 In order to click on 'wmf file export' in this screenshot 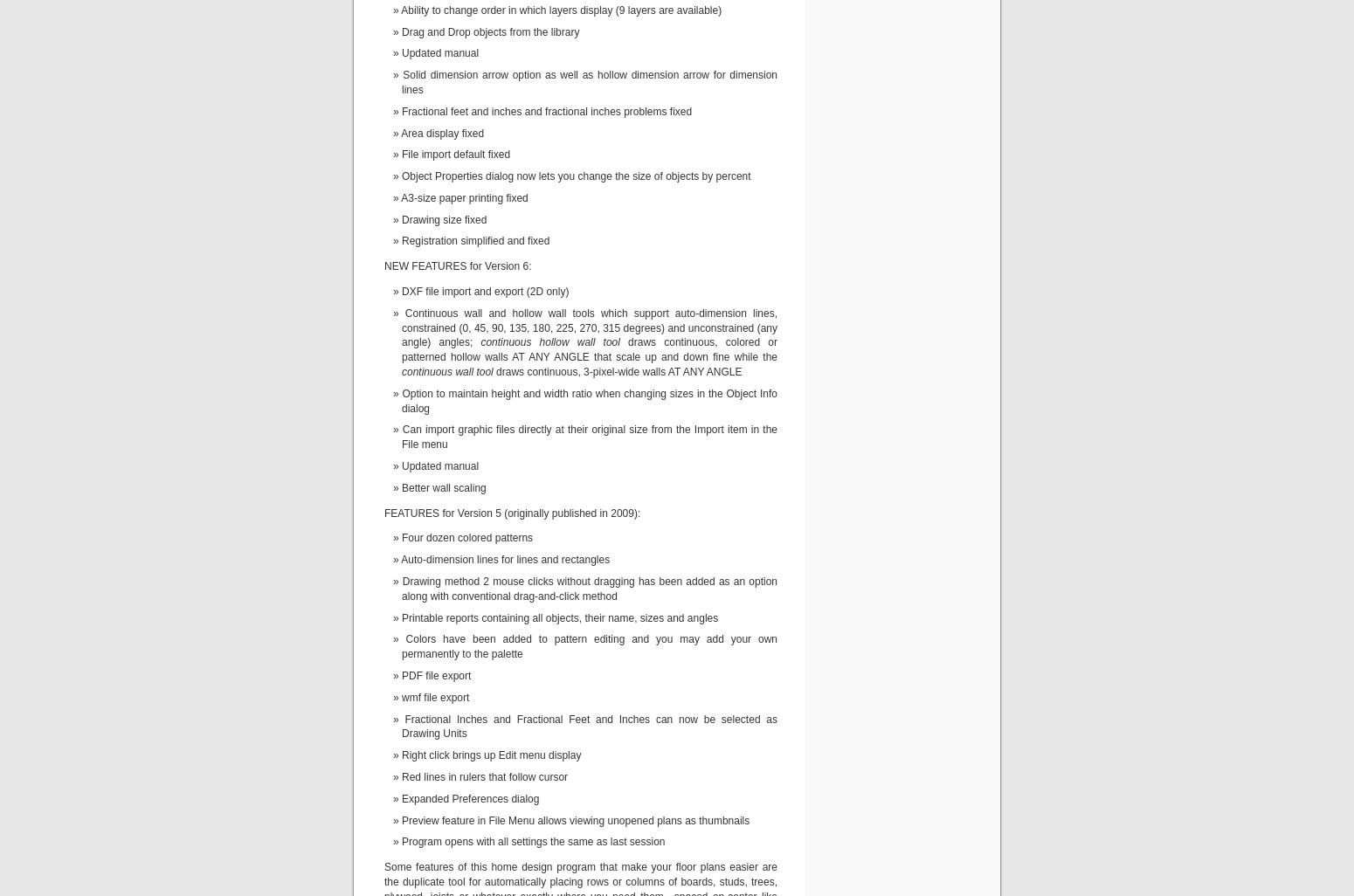, I will do `click(434, 696)`.